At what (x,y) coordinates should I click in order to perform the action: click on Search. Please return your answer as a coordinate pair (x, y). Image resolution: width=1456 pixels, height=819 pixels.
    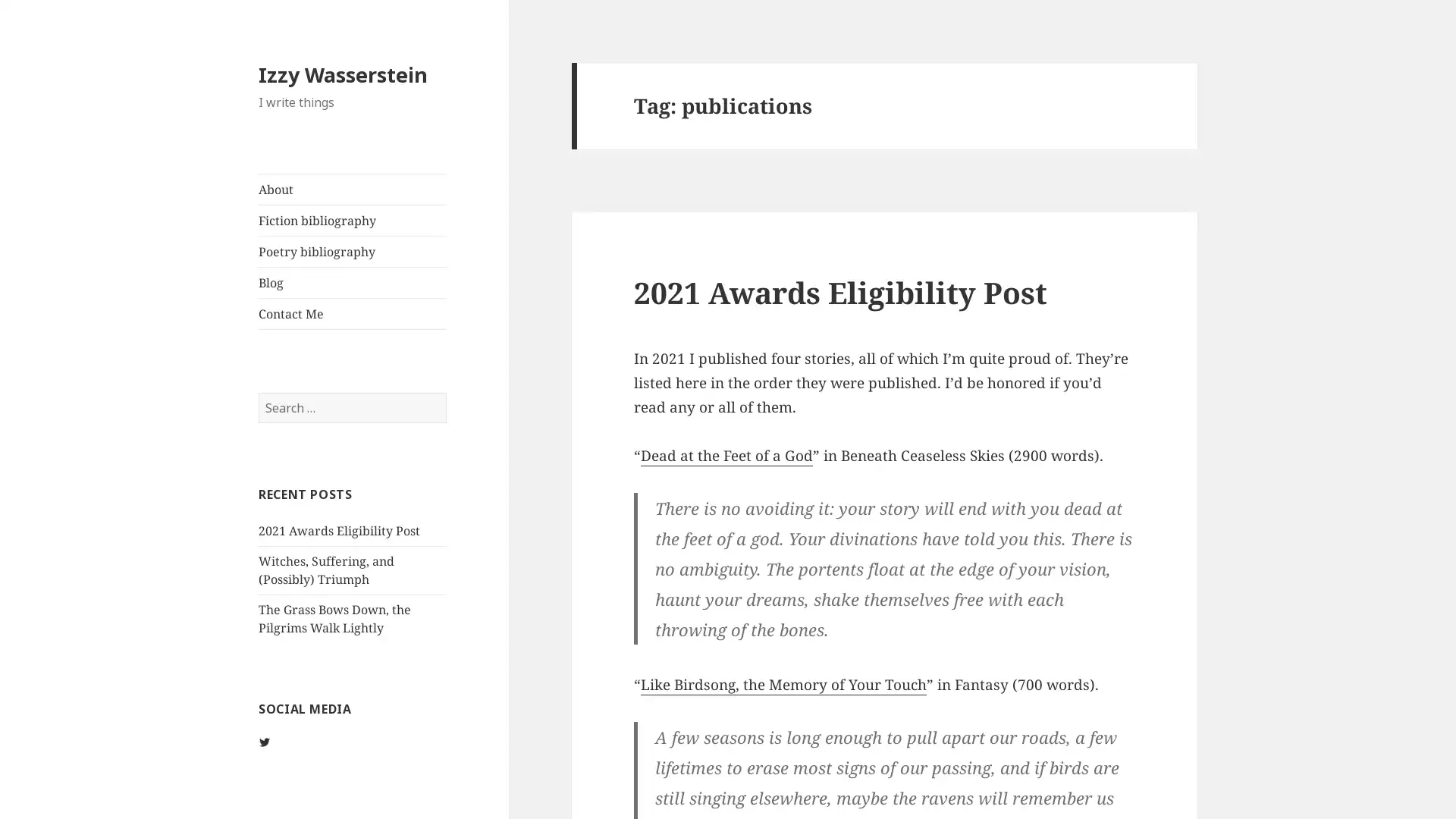
    Looking at the image, I should click on (444, 391).